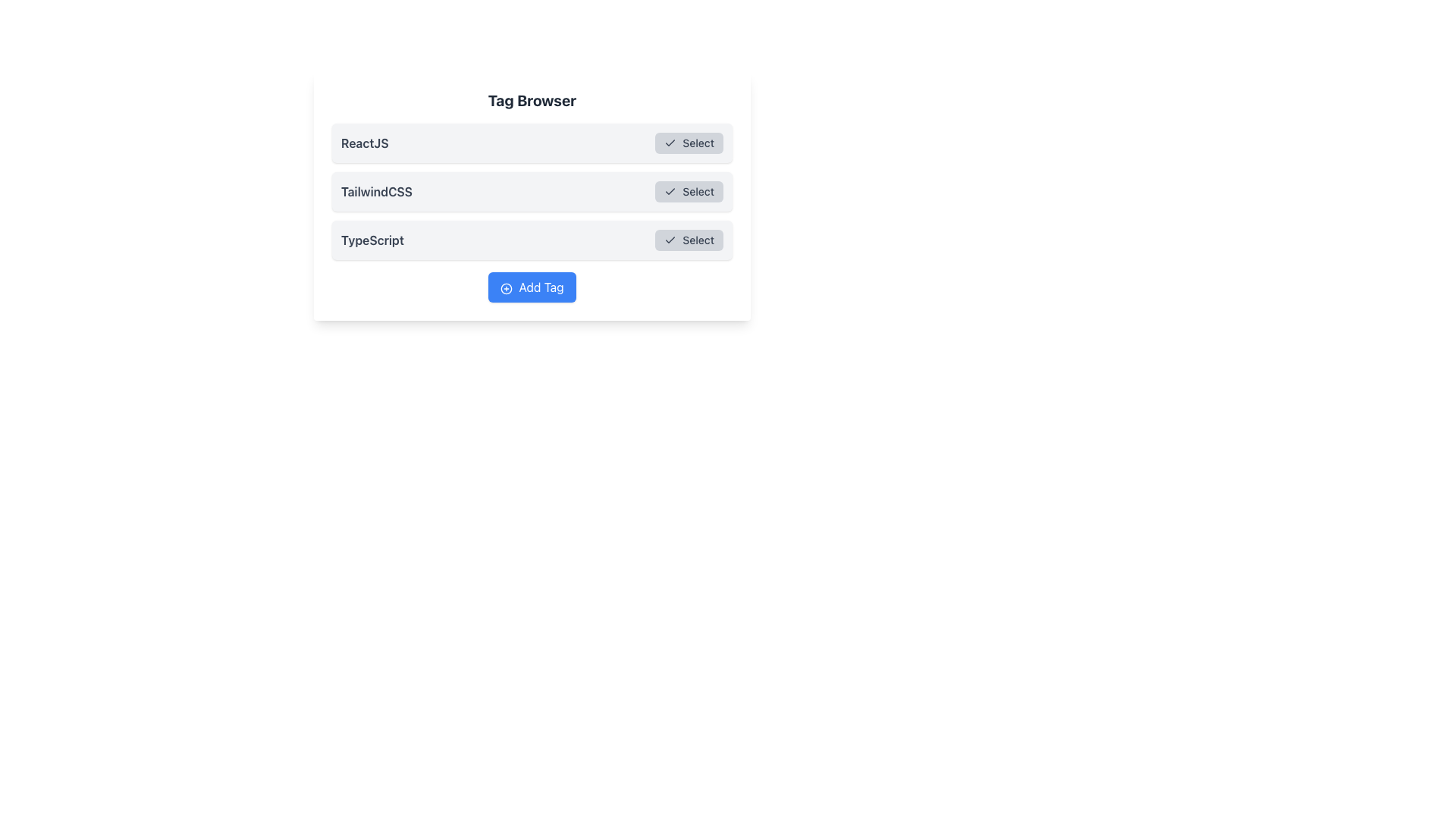 This screenshot has height=819, width=1456. Describe the element at coordinates (507, 288) in the screenshot. I see `the 'Add Tag' button, which contains a circular SVG graphic that signifies the action of adding a new tag` at that location.